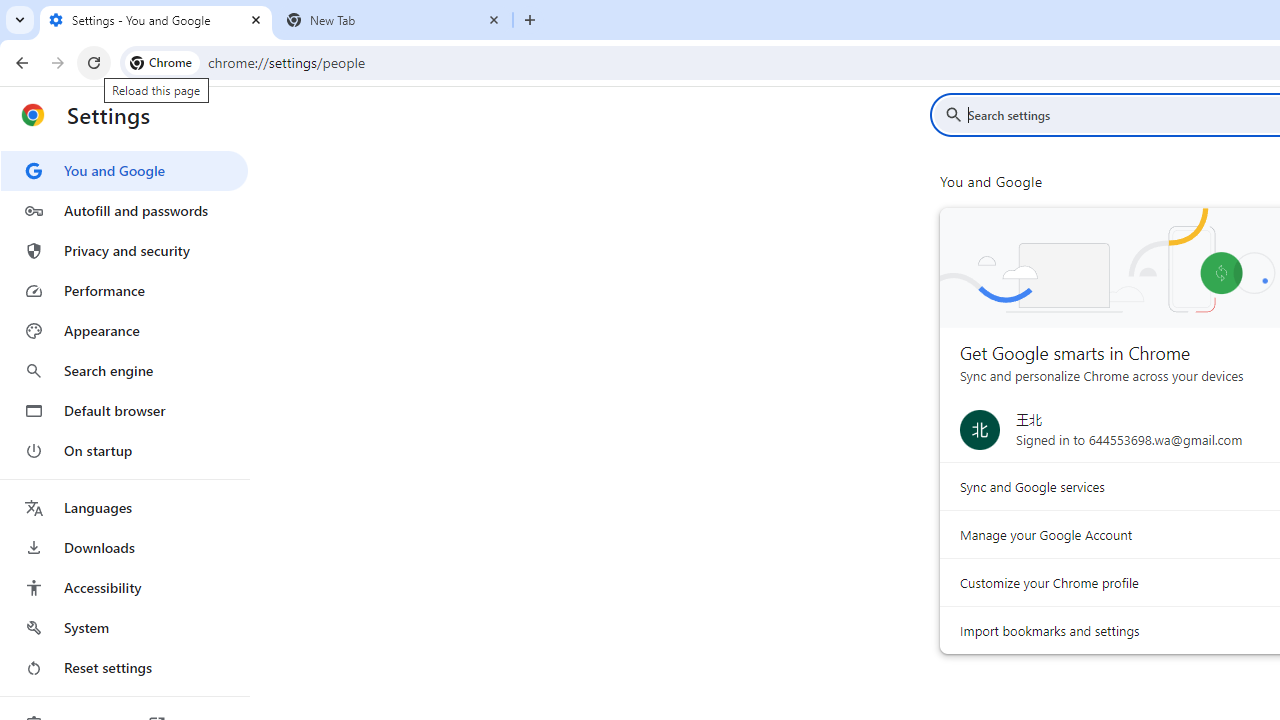  I want to click on 'Reset settings', so click(123, 668).